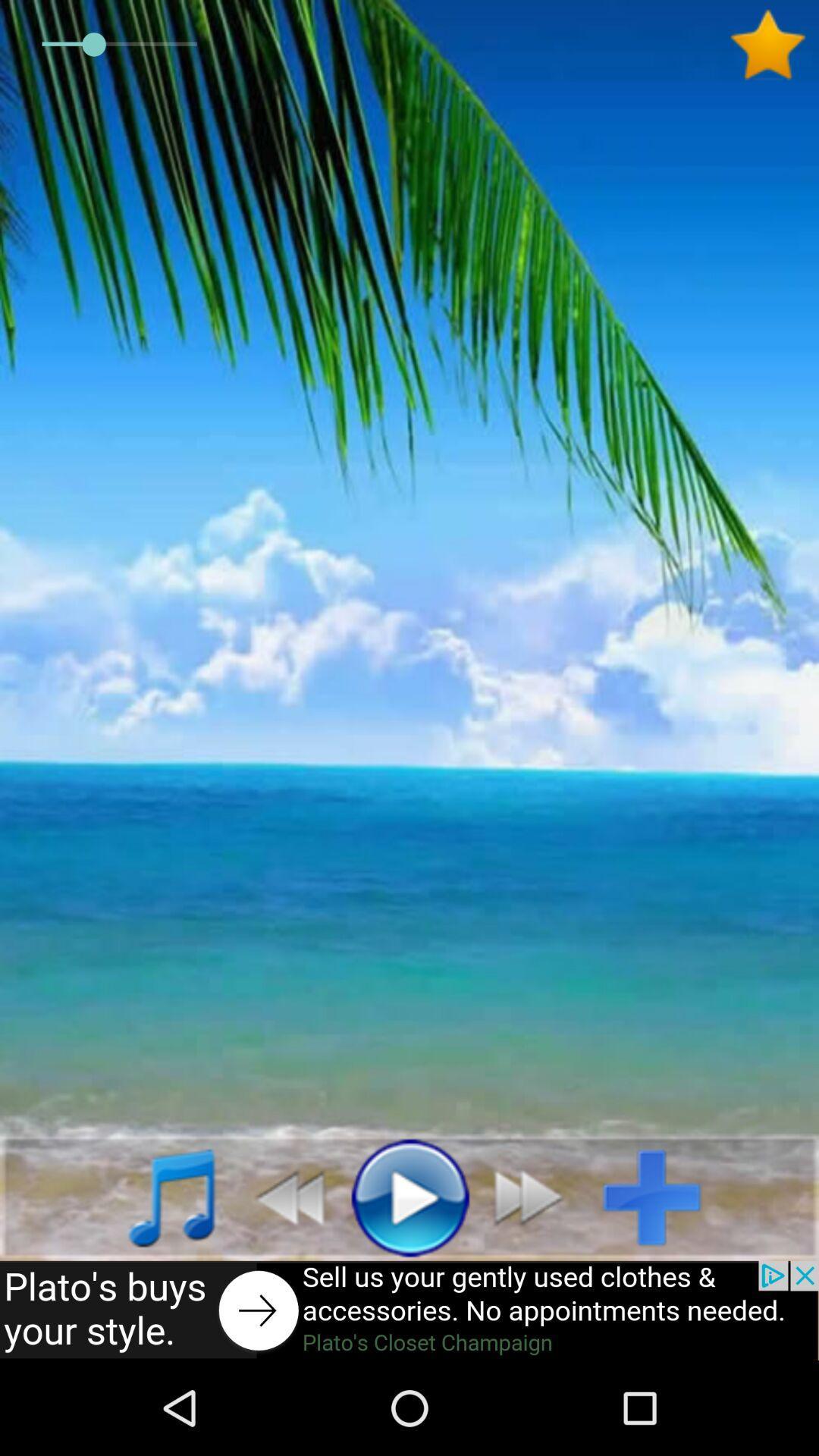 The image size is (819, 1456). Describe the element at coordinates (281, 1196) in the screenshot. I see `the av_rewind icon` at that location.